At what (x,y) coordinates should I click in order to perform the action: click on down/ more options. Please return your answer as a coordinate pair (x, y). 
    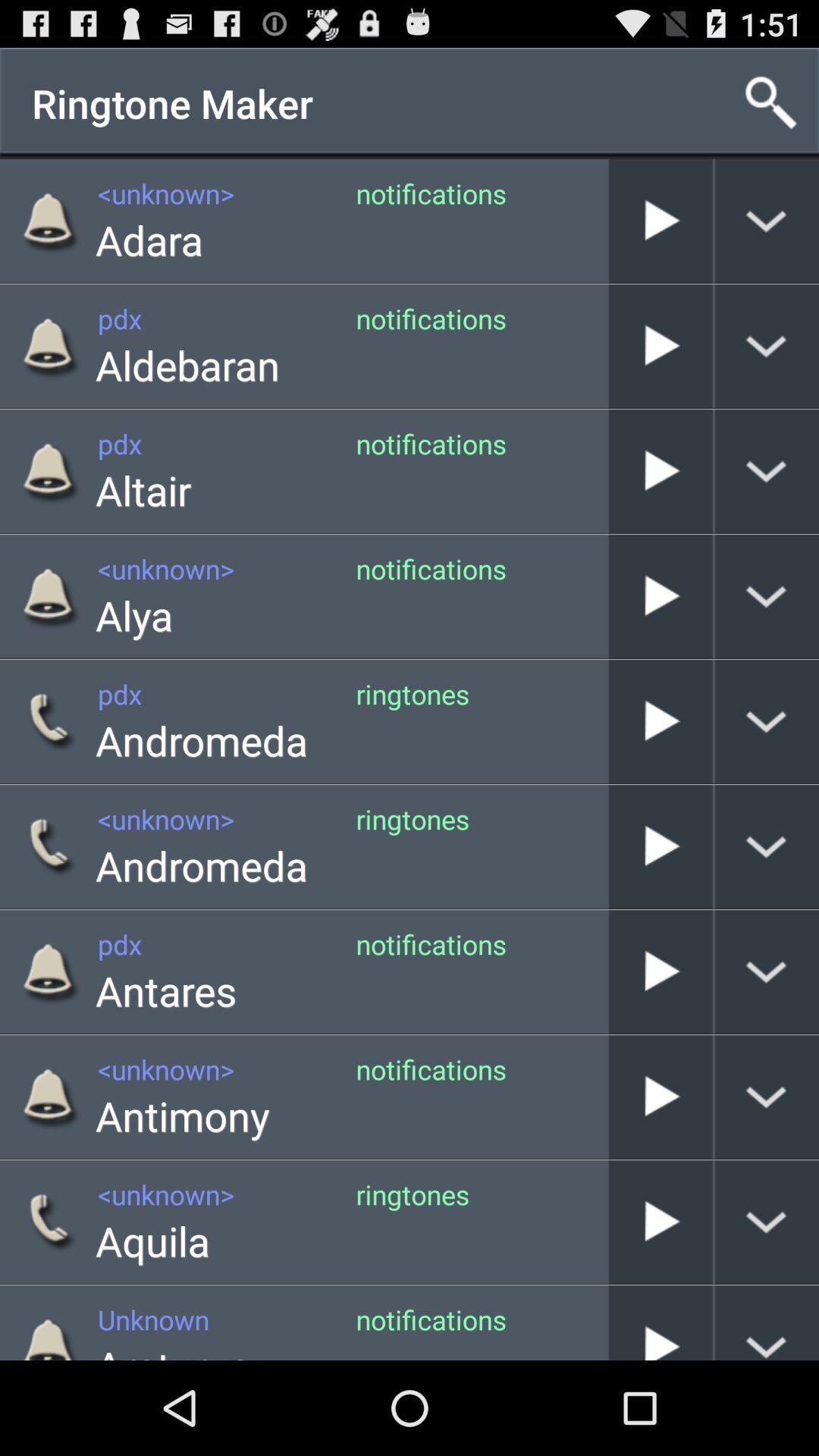
    Looking at the image, I should click on (767, 971).